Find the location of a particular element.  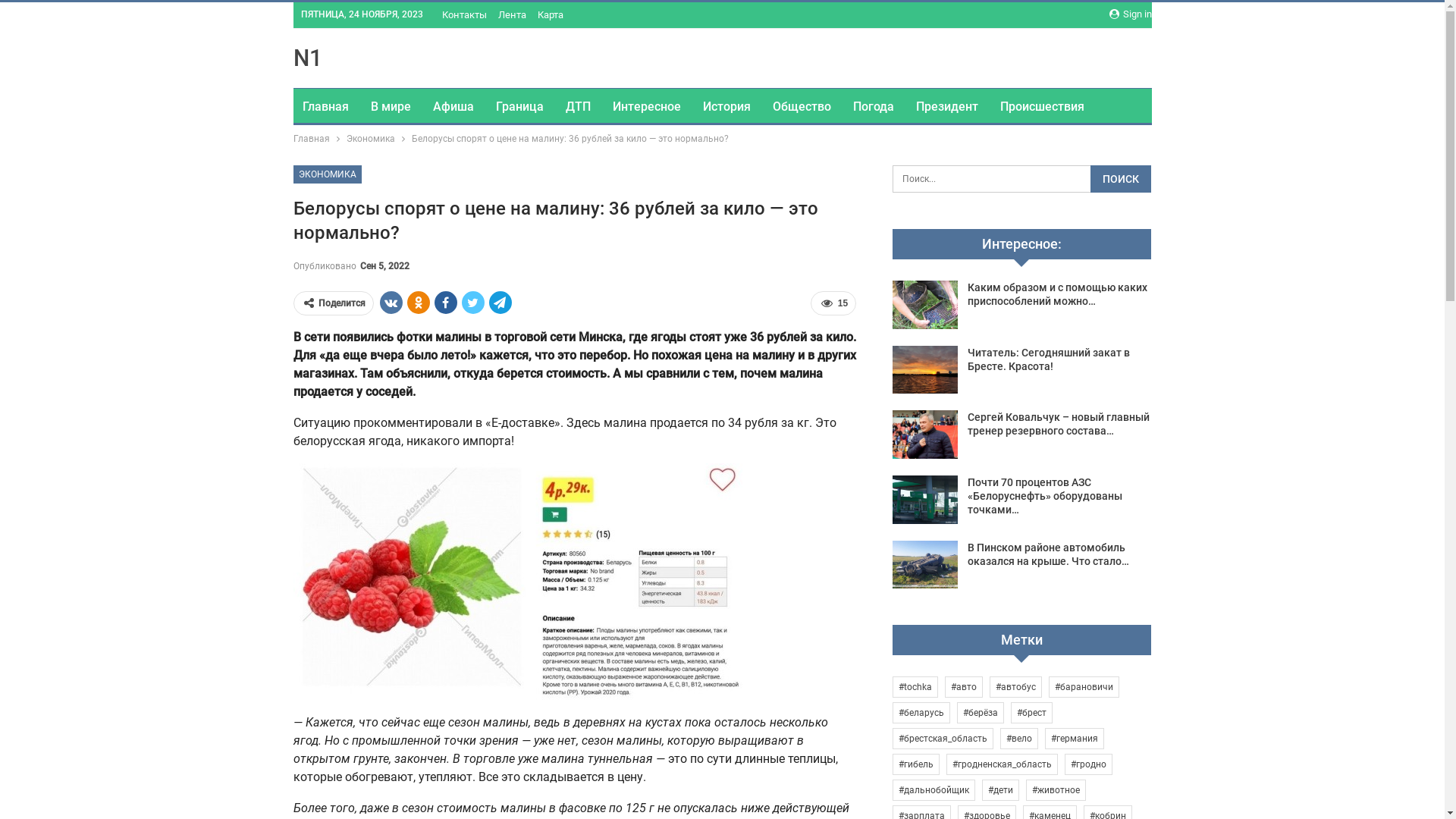

'N1' is located at coordinates (306, 57).